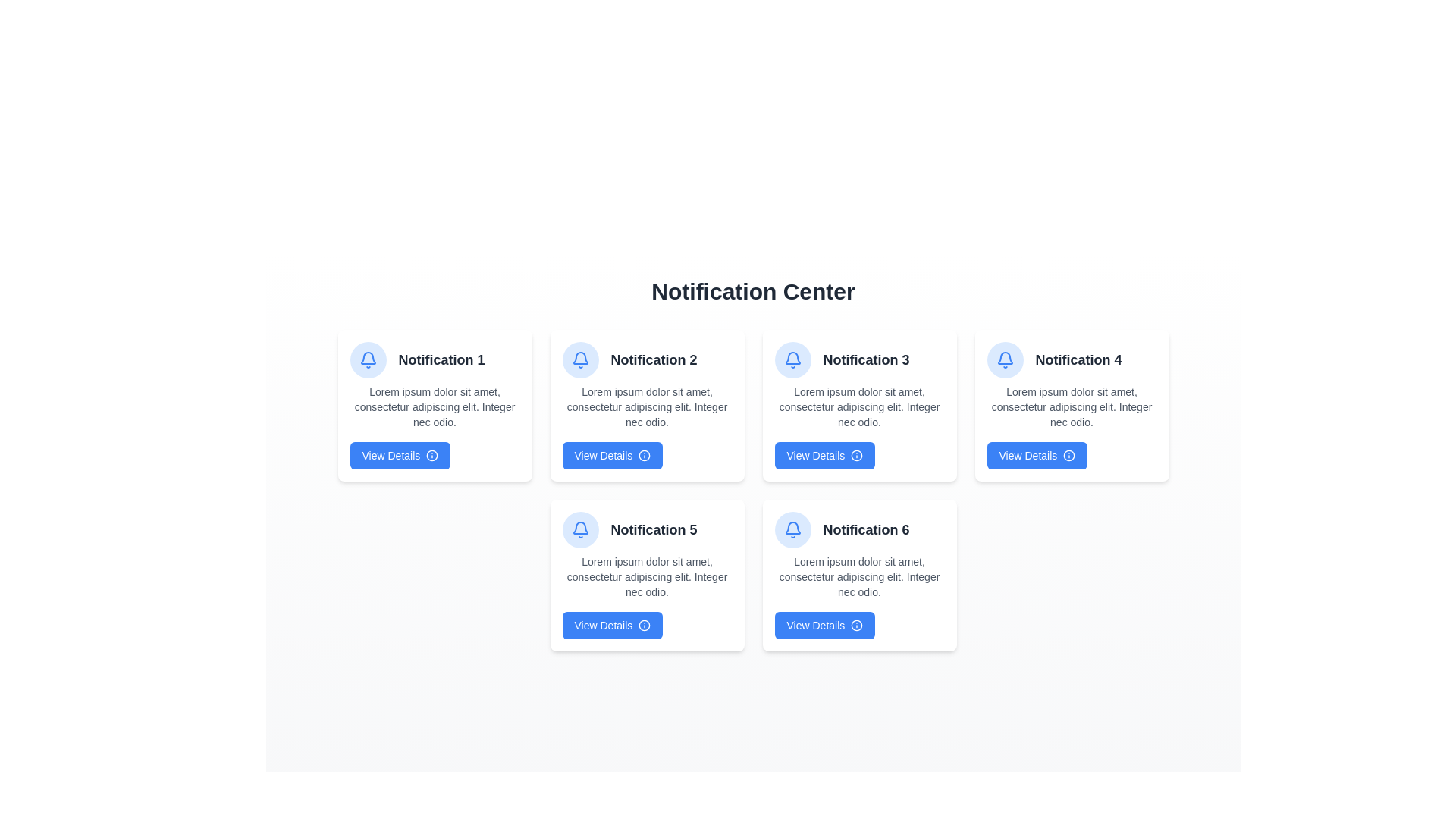 Image resolution: width=1456 pixels, height=819 pixels. What do you see at coordinates (1078, 359) in the screenshot?
I see `the text label UI component displaying 'Notification 4', which is styled in bold dark gray and is located in the top-right card of the notification grid` at bounding box center [1078, 359].